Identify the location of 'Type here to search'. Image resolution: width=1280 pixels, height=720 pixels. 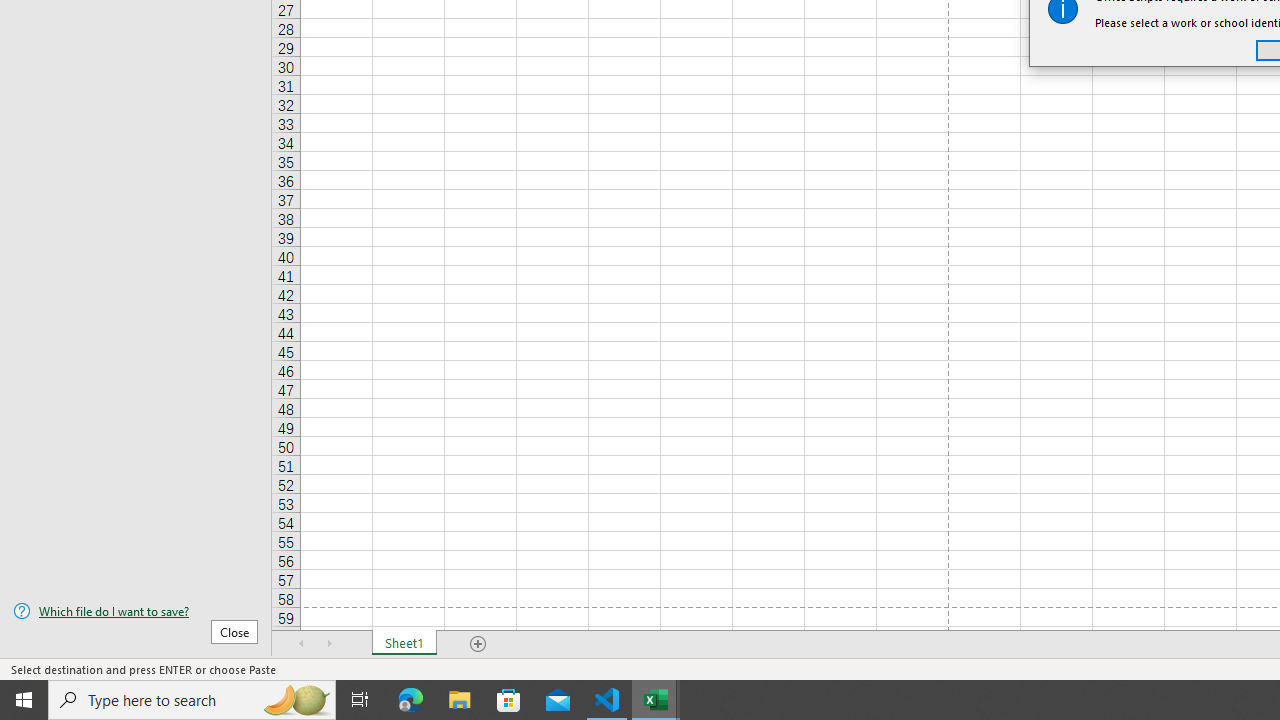
(192, 698).